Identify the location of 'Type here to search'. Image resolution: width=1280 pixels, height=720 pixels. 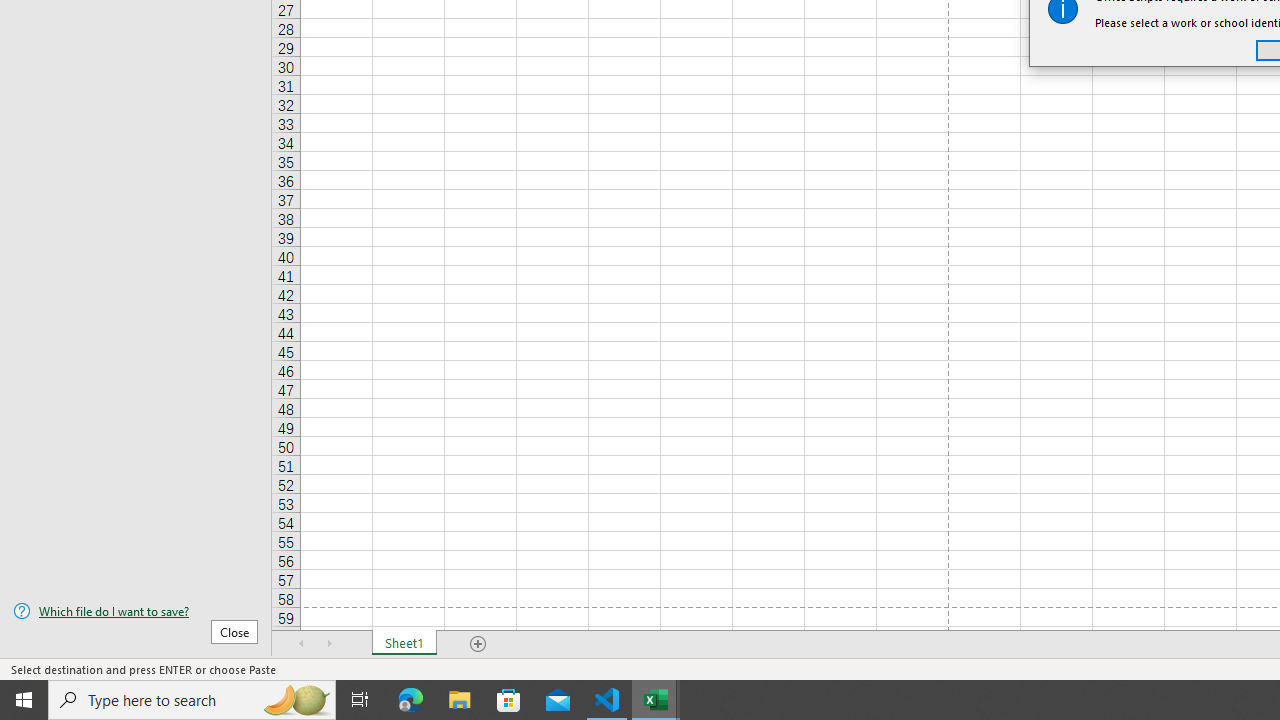
(192, 698).